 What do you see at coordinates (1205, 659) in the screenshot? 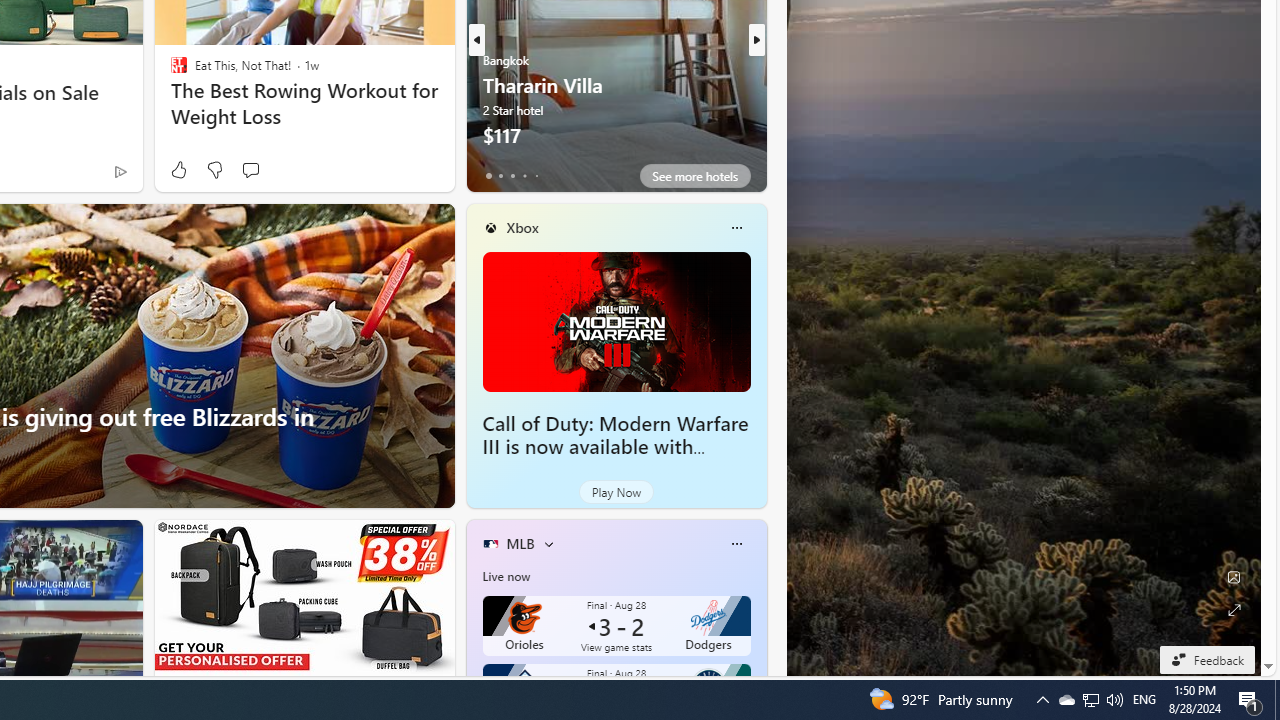
I see `'Feedback'` at bounding box center [1205, 659].